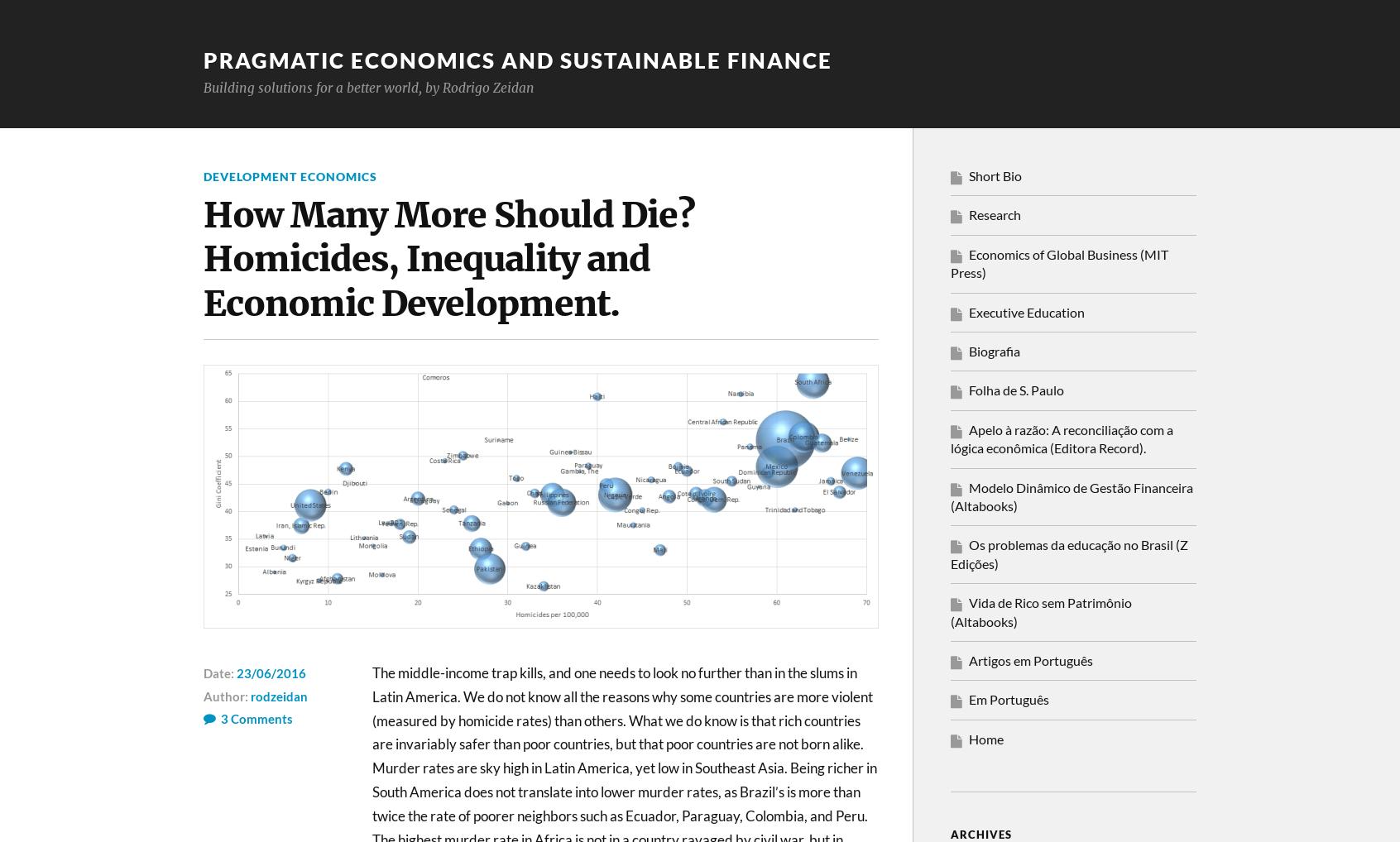  Describe the element at coordinates (224, 718) in the screenshot. I see `'3'` at that location.